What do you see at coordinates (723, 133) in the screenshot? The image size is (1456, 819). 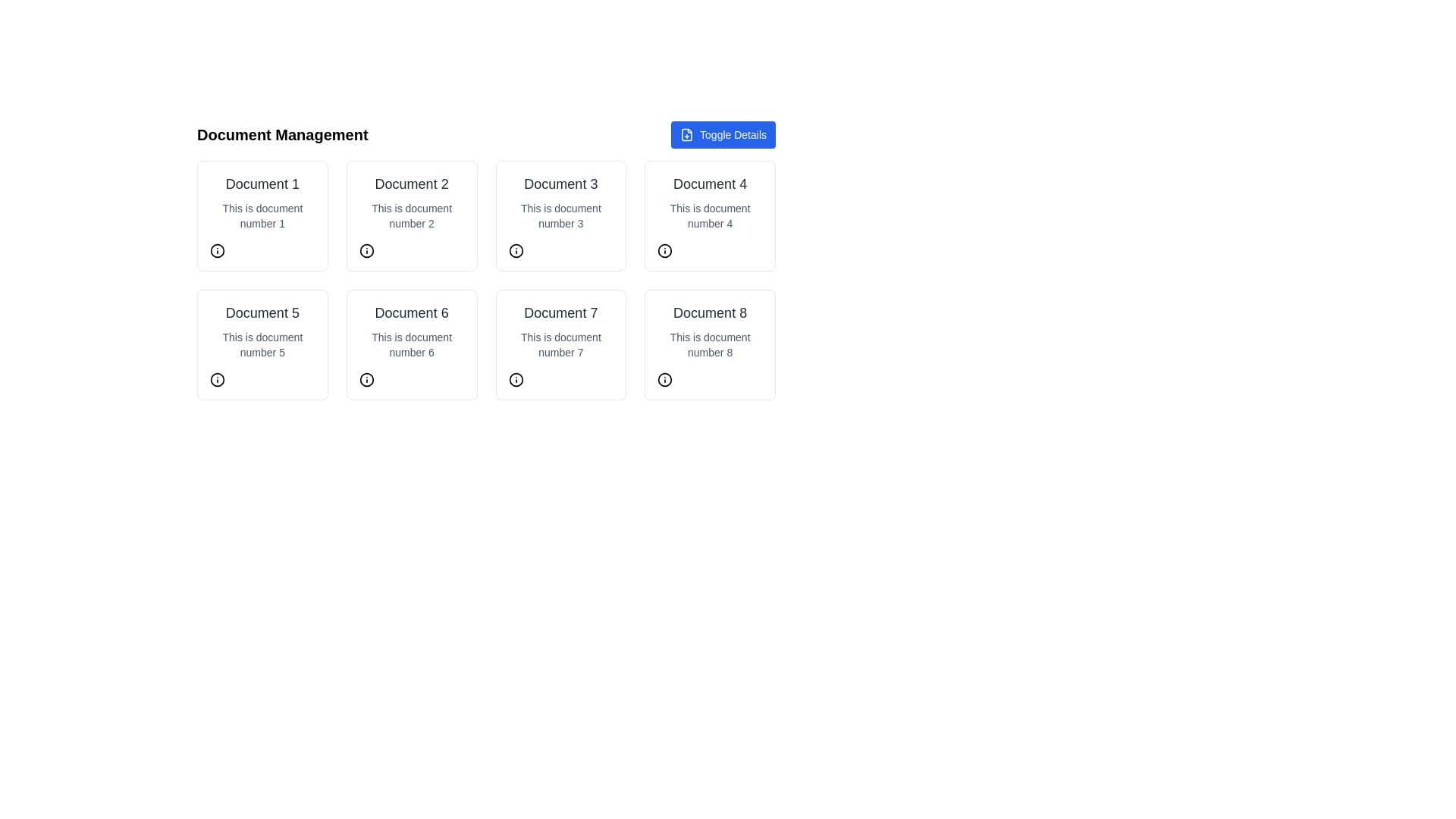 I see `the button located to the right of the 'Document Management' heading` at bounding box center [723, 133].